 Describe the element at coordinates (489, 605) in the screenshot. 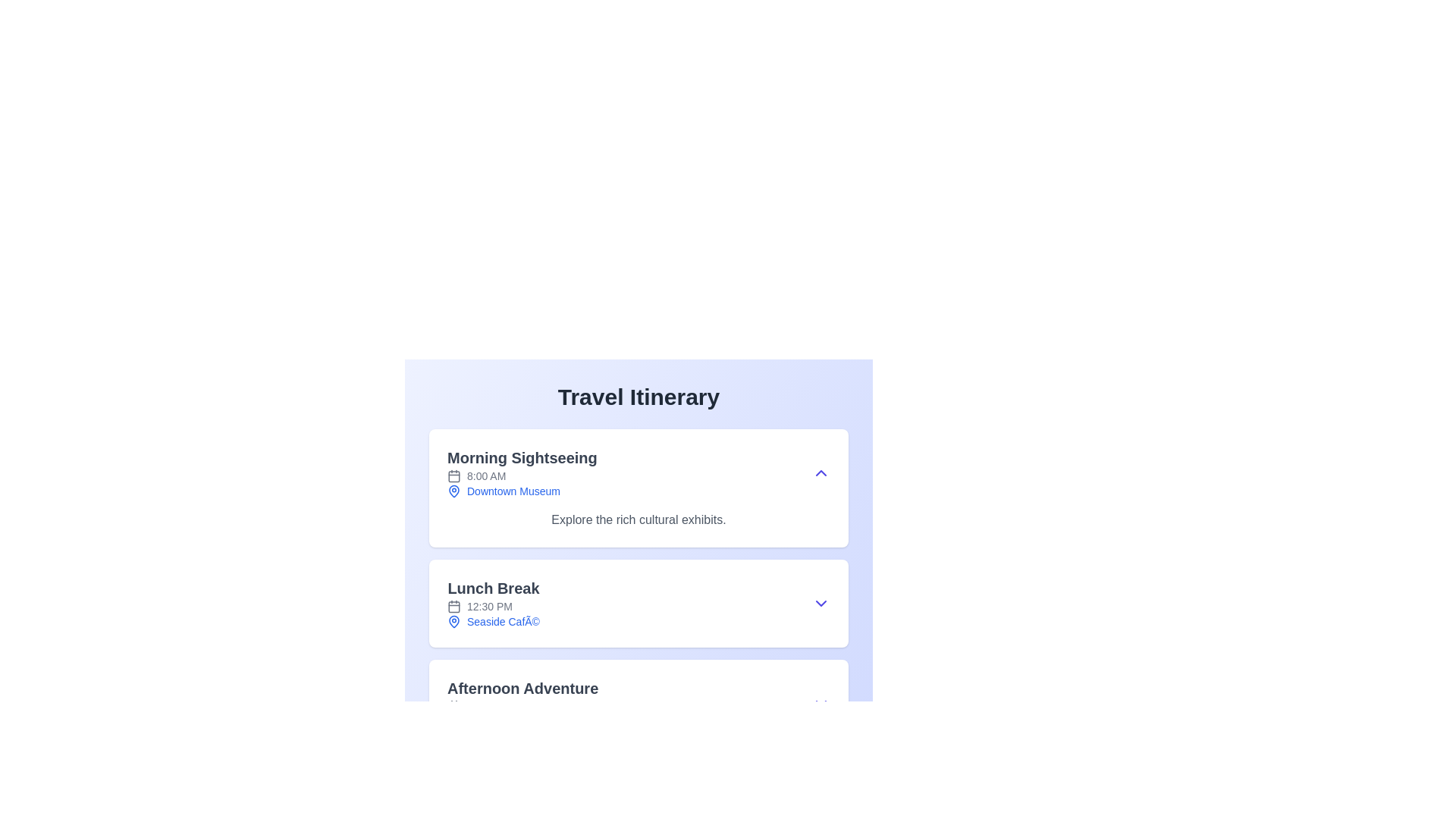

I see `time displayed in the 'Lunch Break' section of the itinerary, which is next to the small calendar icon` at that location.